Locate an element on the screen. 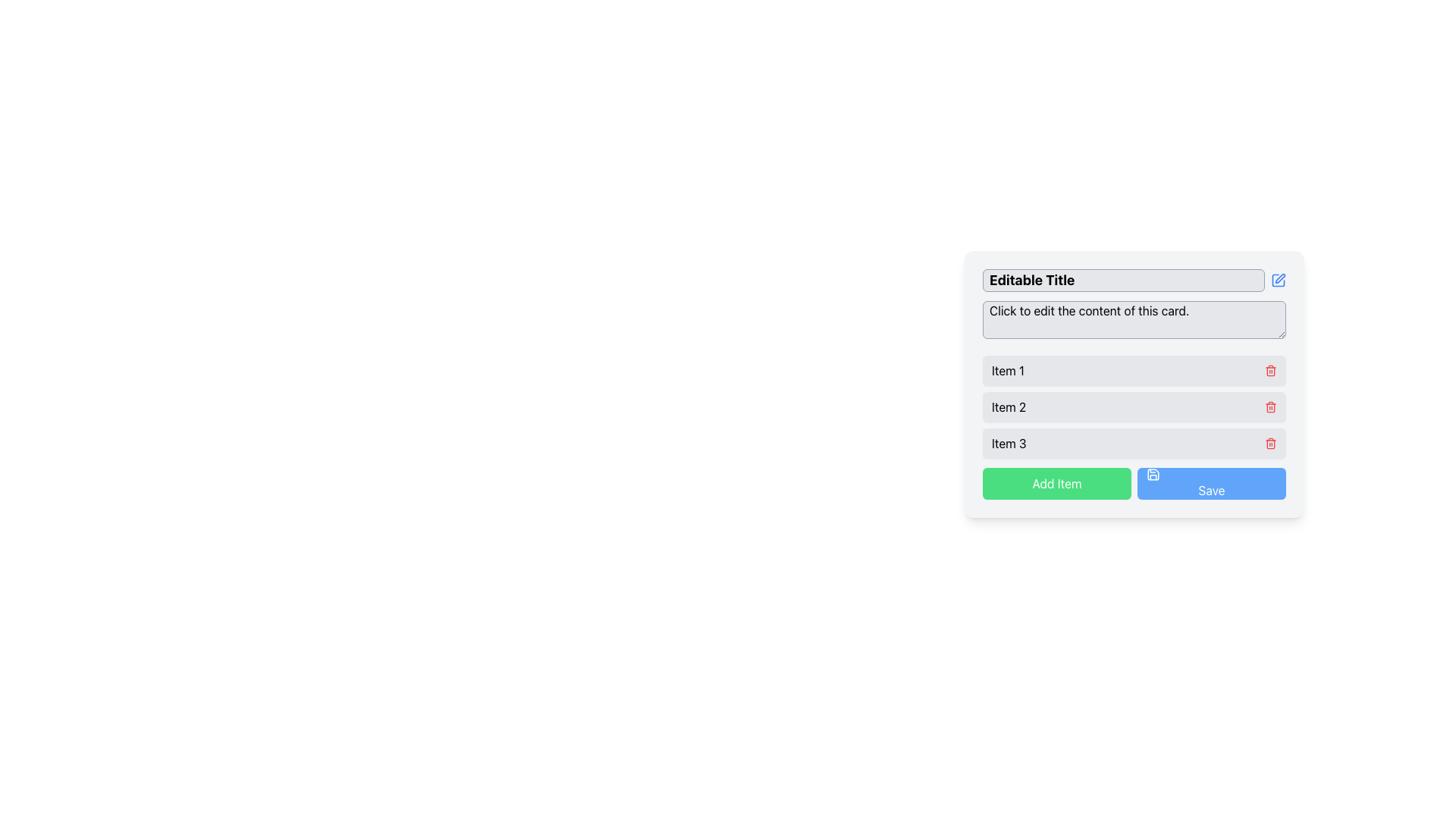  the text input field located below the 'Editable Title' section to focus on it for text input is located at coordinates (1134, 321).